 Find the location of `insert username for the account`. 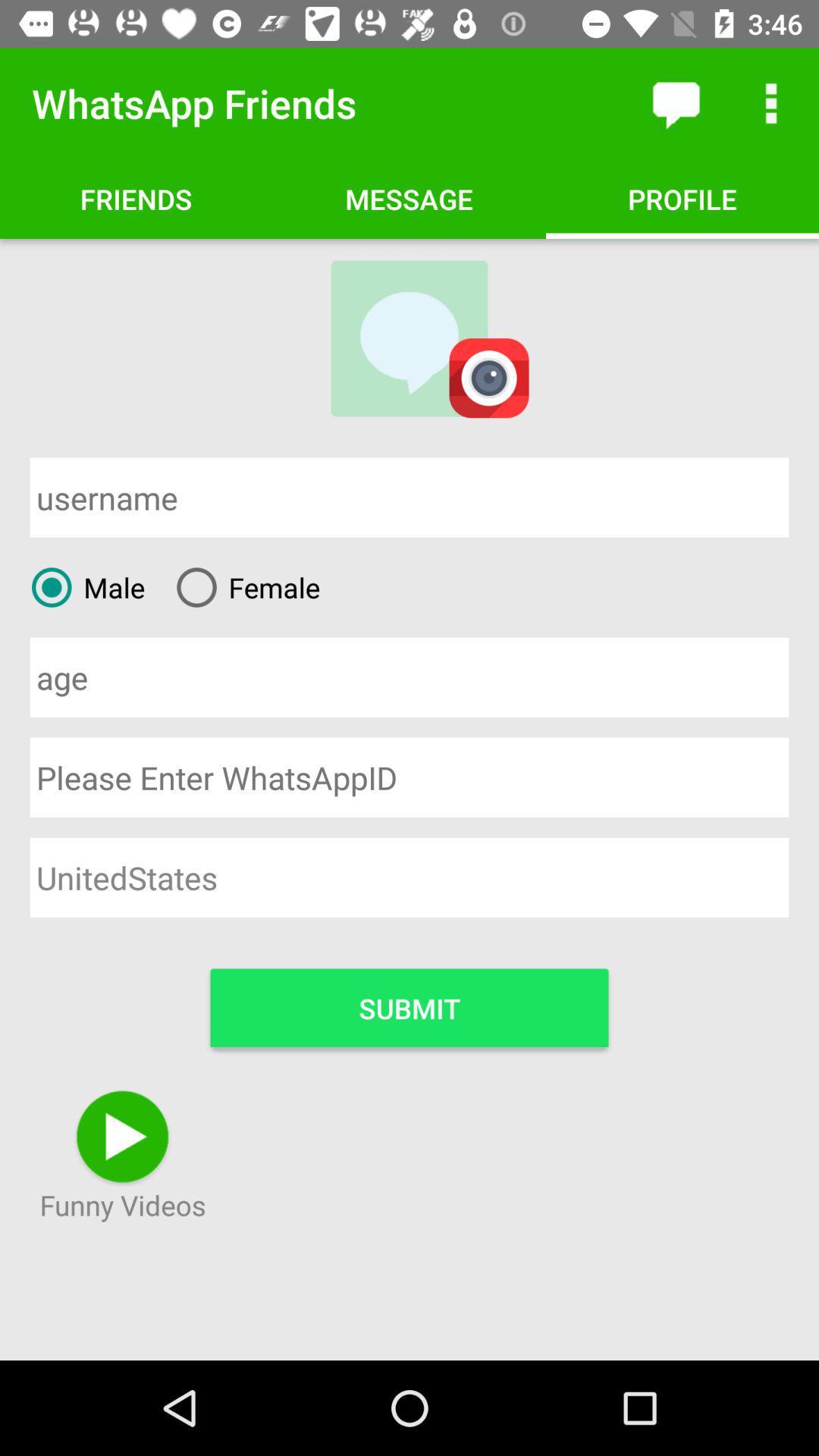

insert username for the account is located at coordinates (409, 497).